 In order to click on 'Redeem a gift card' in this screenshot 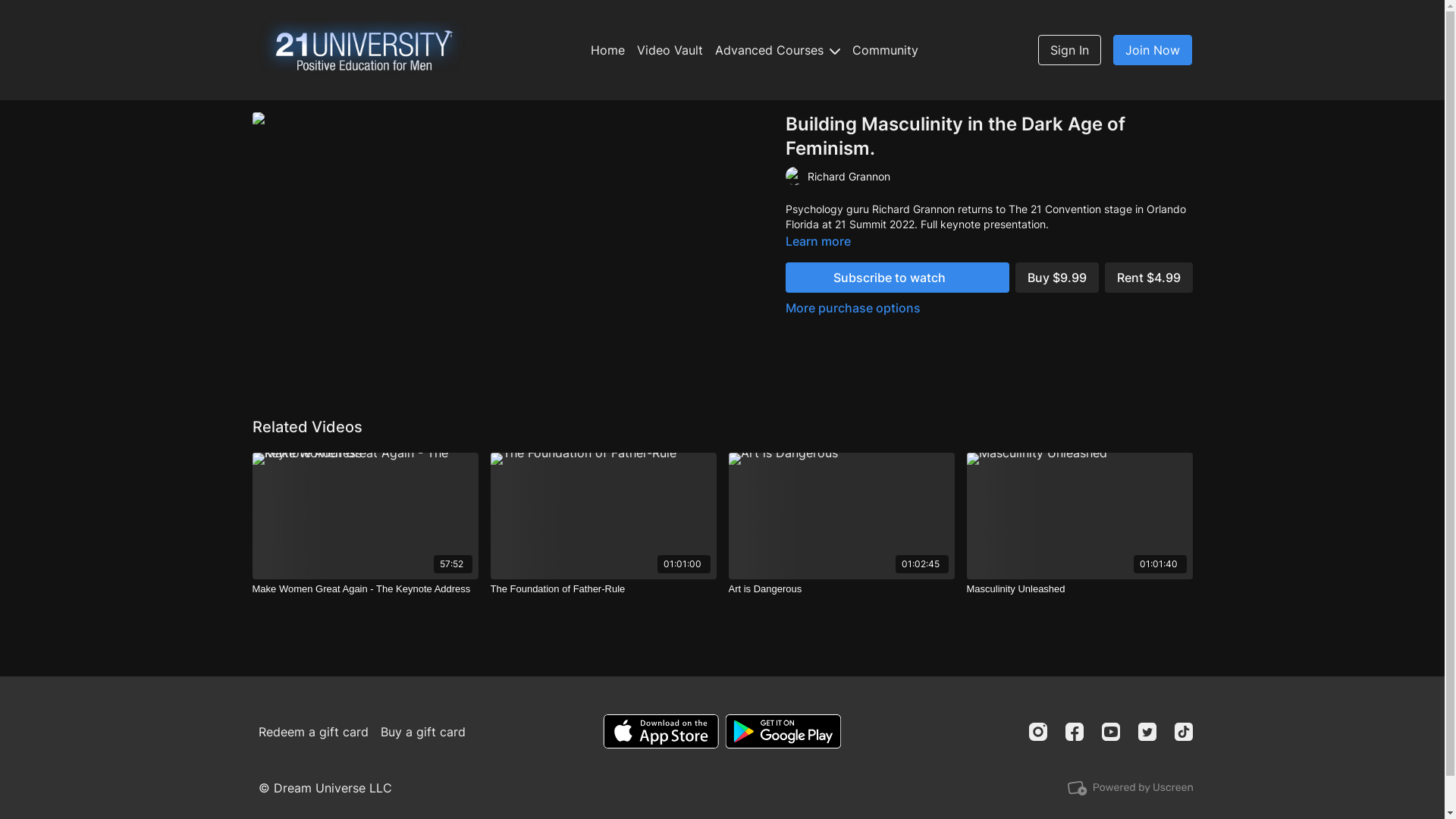, I will do `click(312, 730)`.